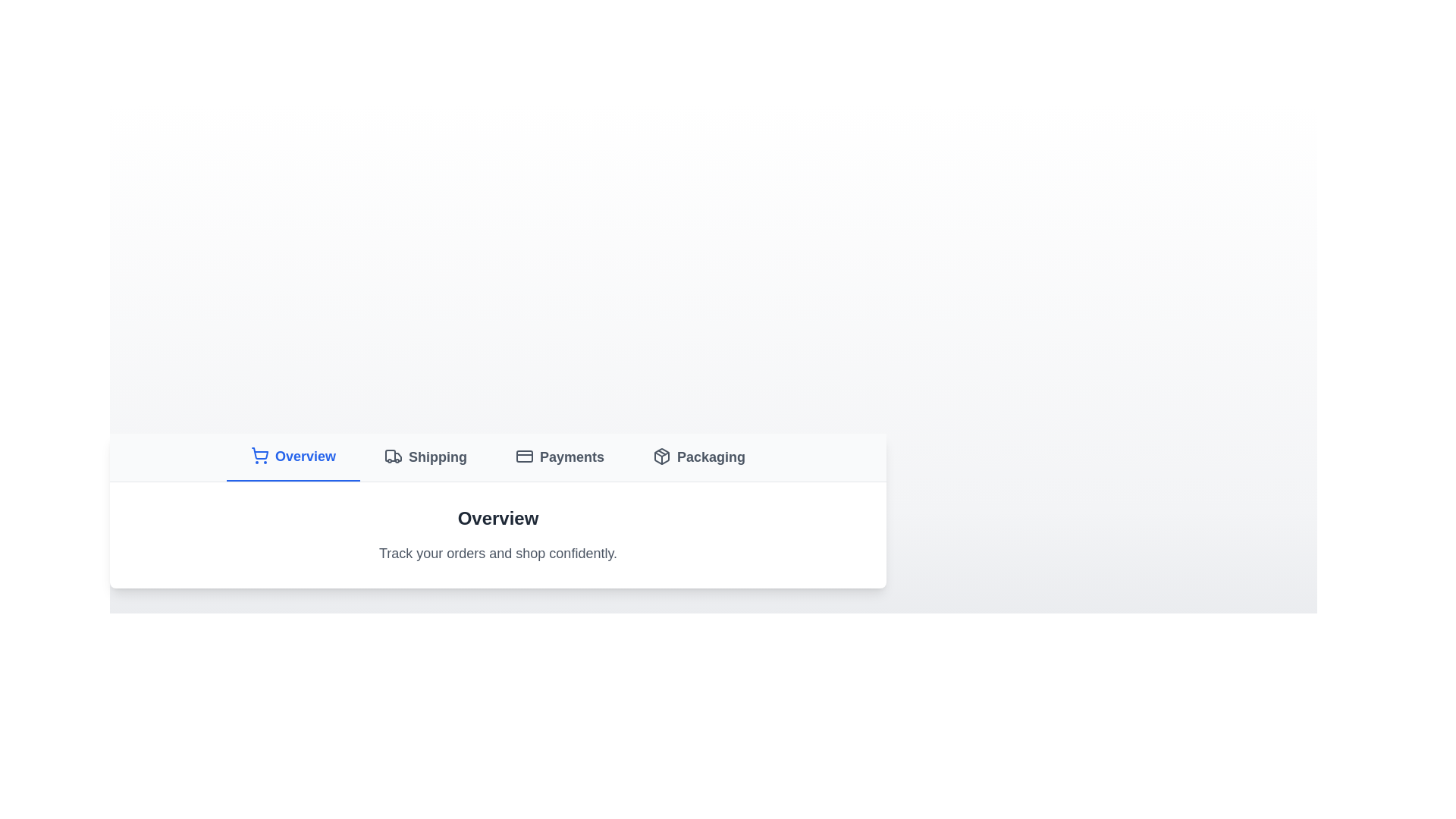  I want to click on the Overview tab, so click(293, 457).